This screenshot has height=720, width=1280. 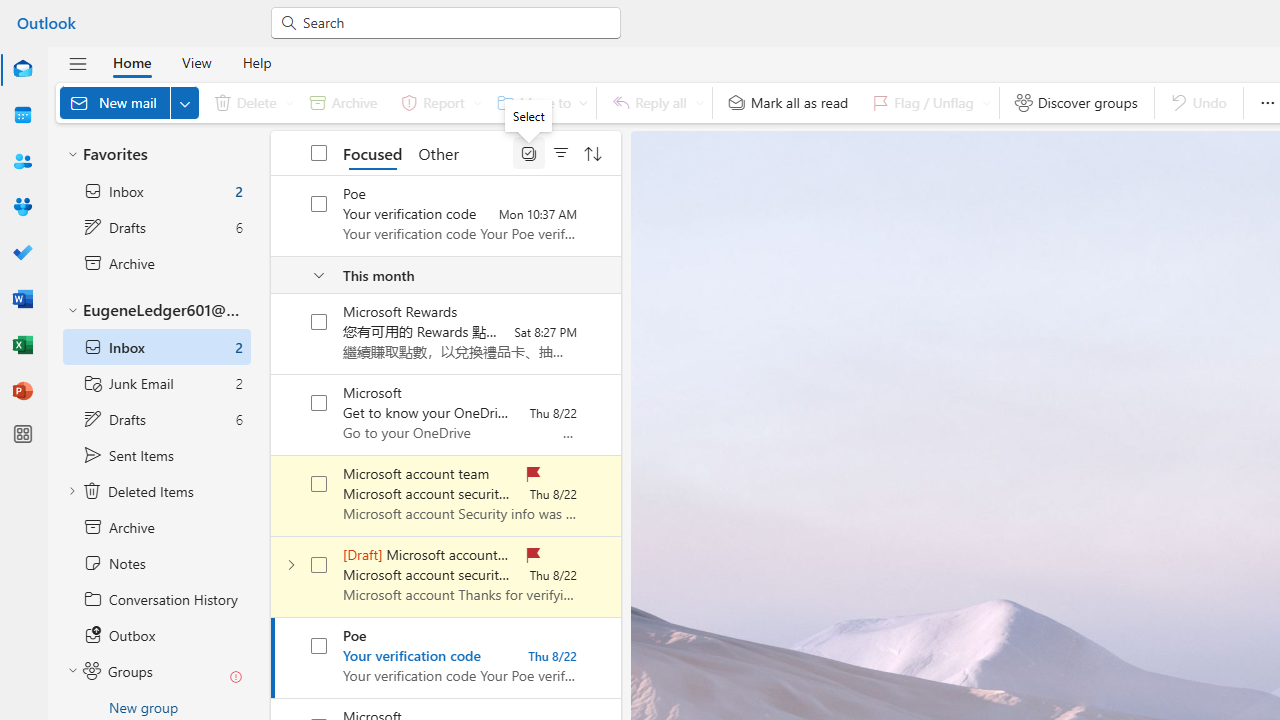 What do you see at coordinates (23, 252) in the screenshot?
I see `'To Do'` at bounding box center [23, 252].